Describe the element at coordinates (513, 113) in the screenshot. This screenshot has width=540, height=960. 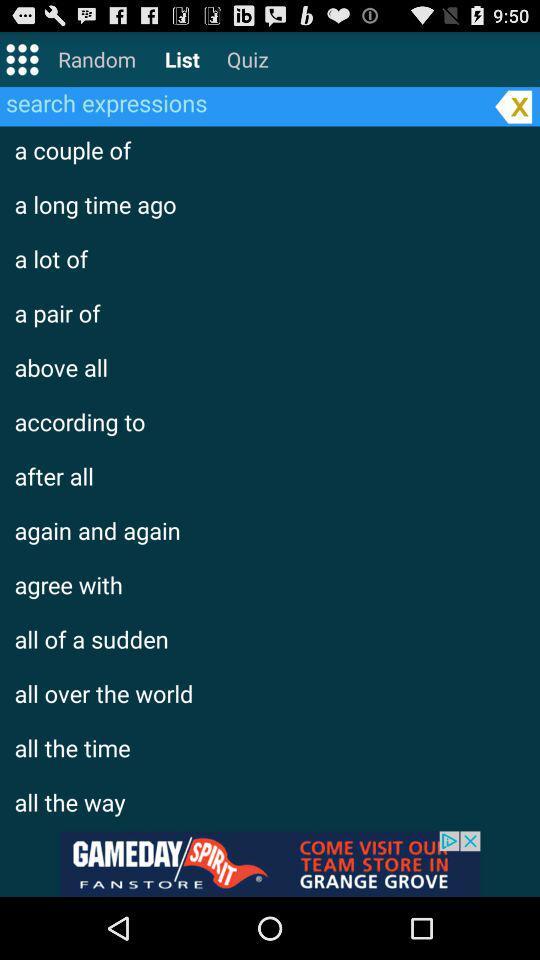
I see `the close icon` at that location.